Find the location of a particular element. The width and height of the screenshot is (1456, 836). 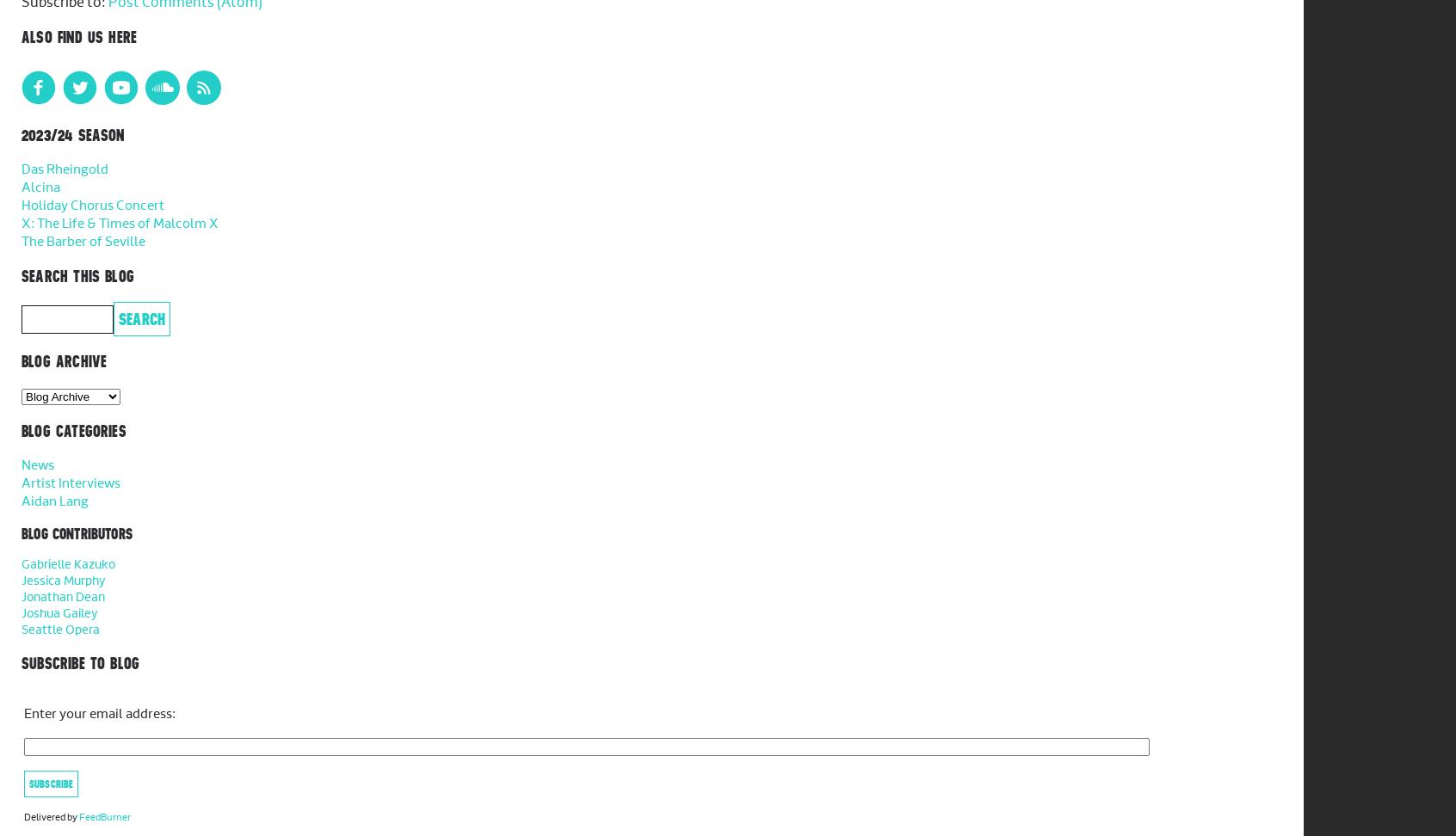

'Alcina' is located at coordinates (40, 187).